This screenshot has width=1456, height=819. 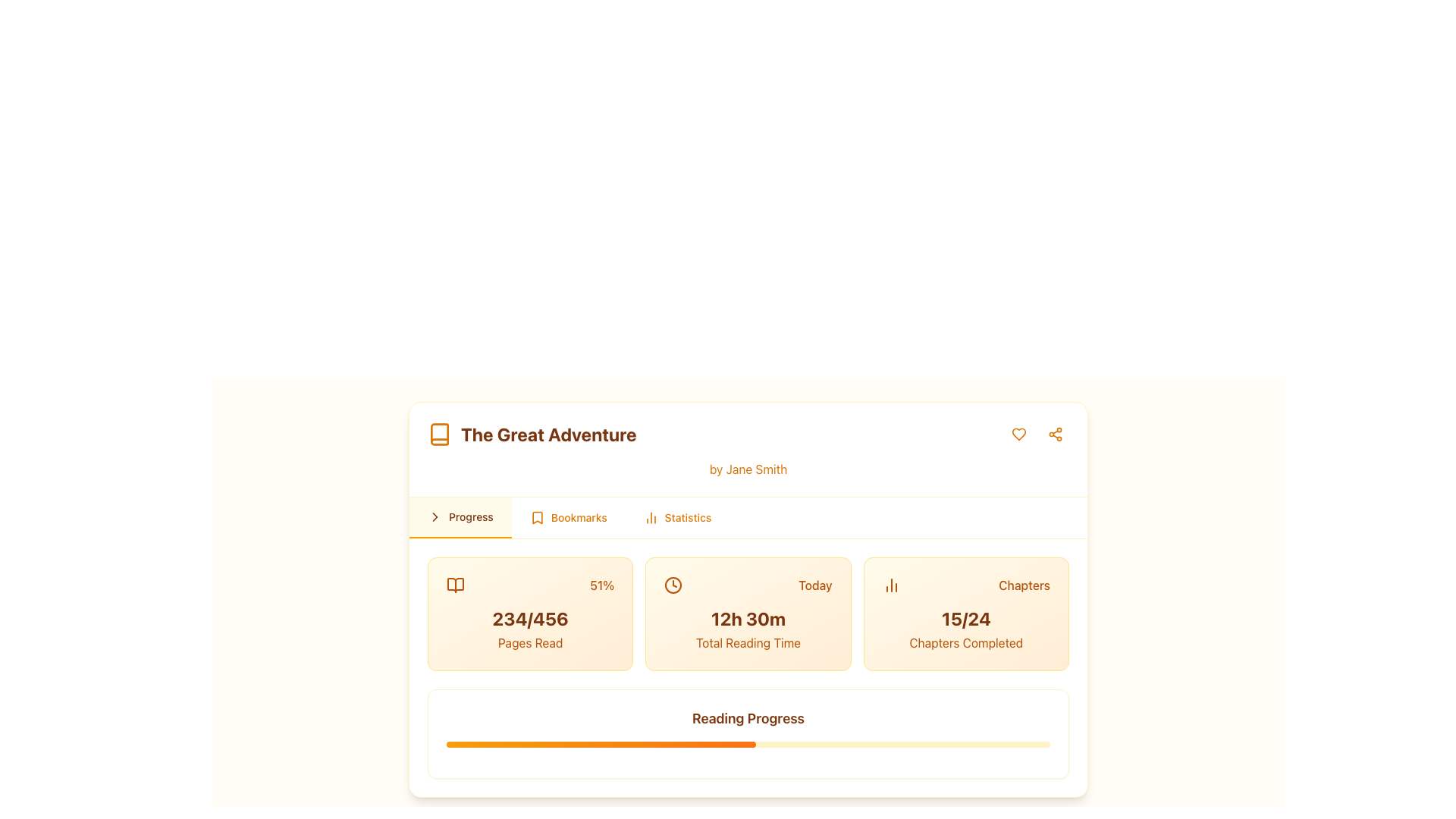 What do you see at coordinates (601, 584) in the screenshot?
I see `the Text label displaying a percentage value, which is located to the right of a book icon, indicating progress` at bounding box center [601, 584].